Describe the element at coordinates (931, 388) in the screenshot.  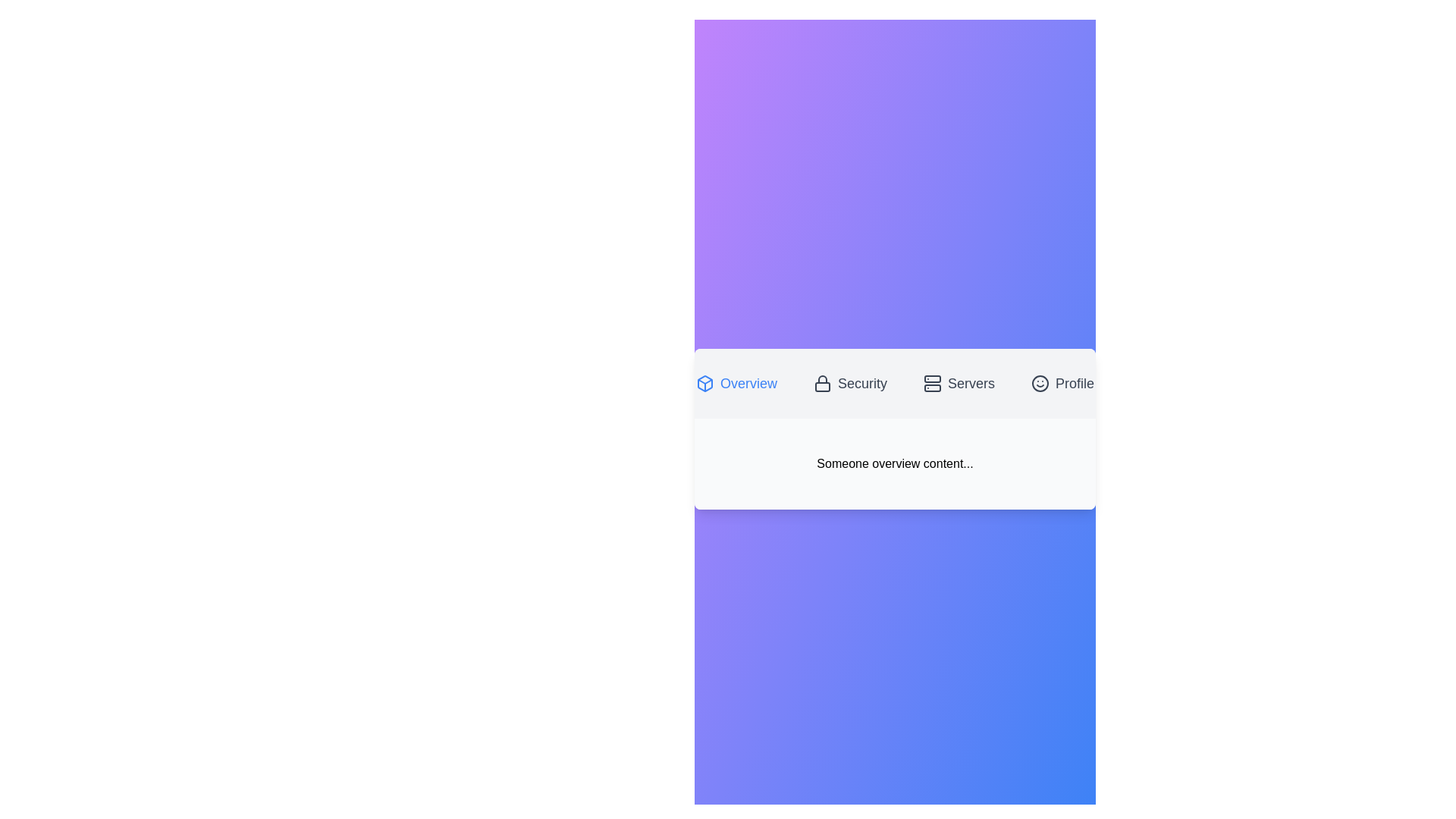
I see `the lower rectangular component with rounded corners within the server icon located in the navigation bar` at that location.